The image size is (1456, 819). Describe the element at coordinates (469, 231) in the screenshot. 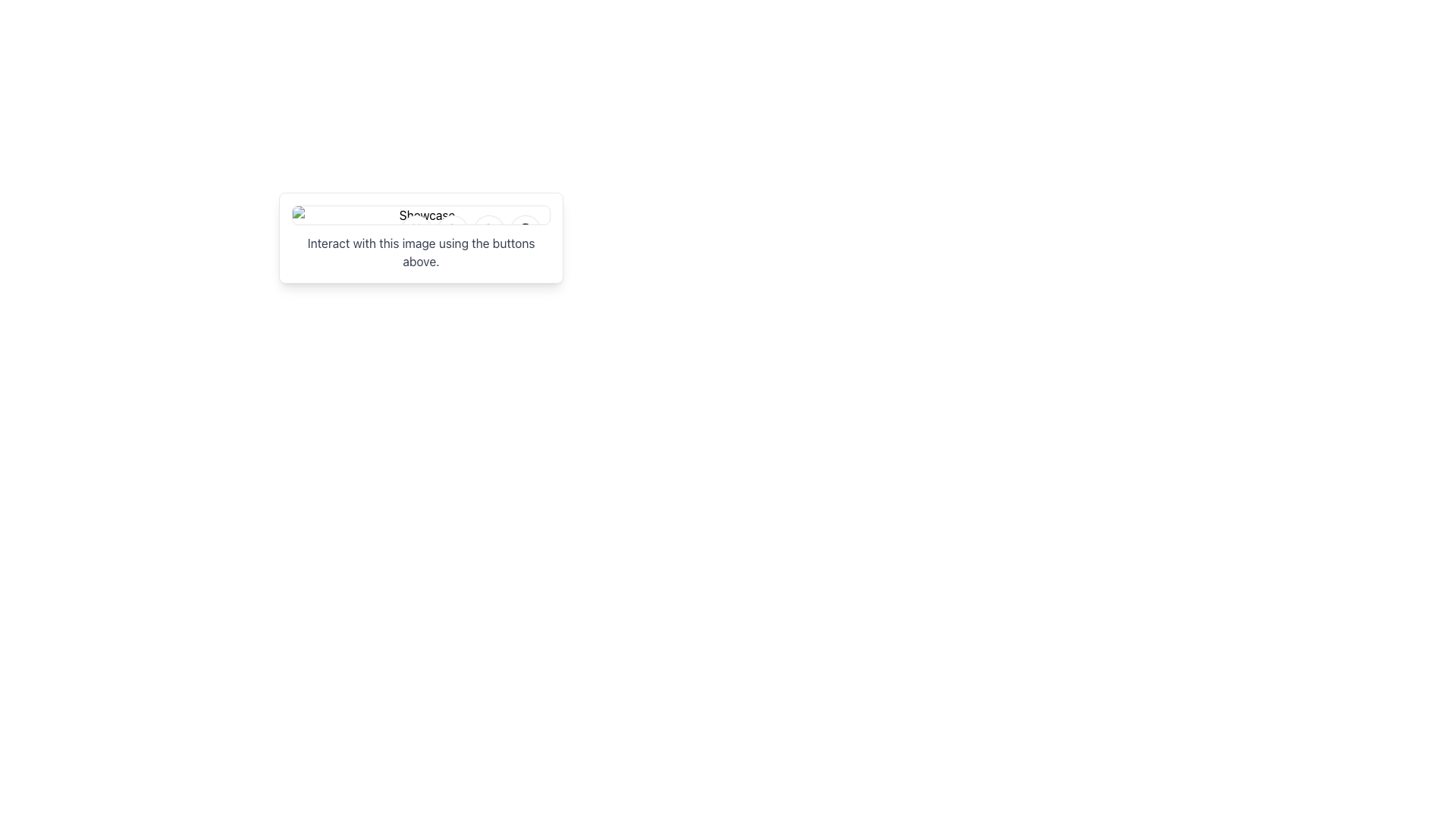

I see `one of the icons in the button group located in the upper-right corner` at that location.